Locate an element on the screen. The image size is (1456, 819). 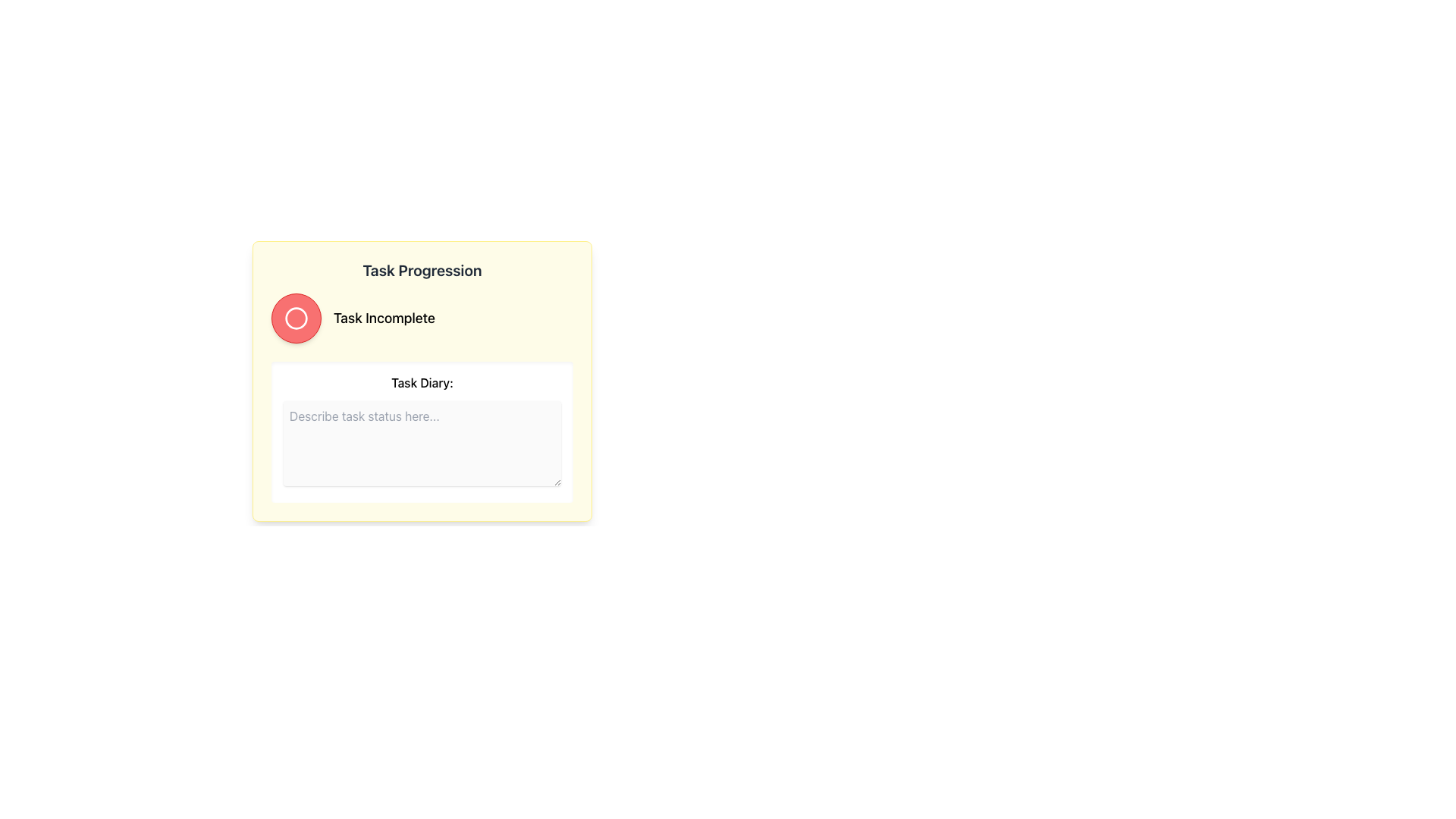
the text label saying 'Task Diary:', which is styled with a medium-sized bold font and positioned above the text area input field is located at coordinates (422, 382).